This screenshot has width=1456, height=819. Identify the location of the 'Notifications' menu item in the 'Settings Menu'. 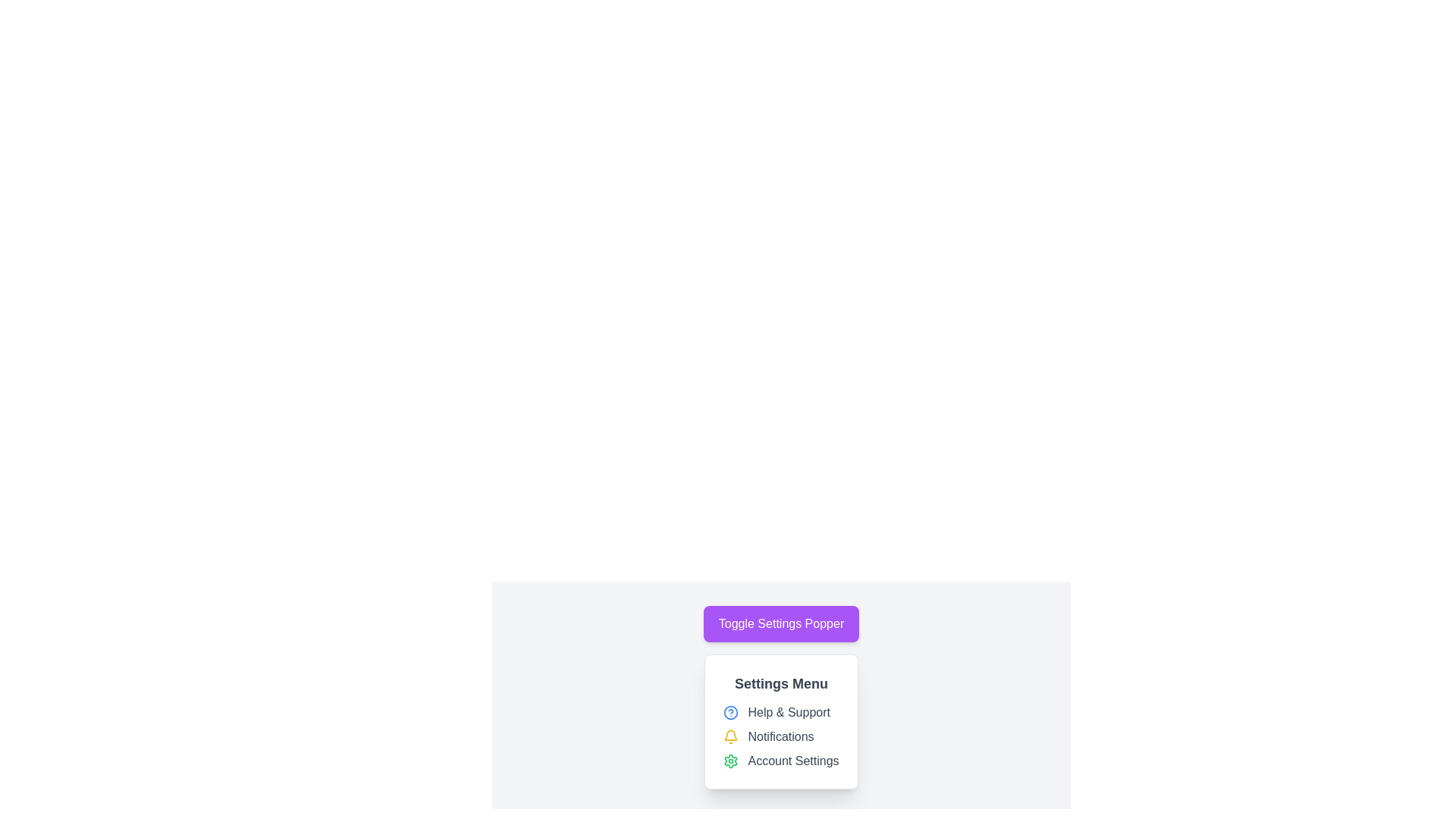
(781, 736).